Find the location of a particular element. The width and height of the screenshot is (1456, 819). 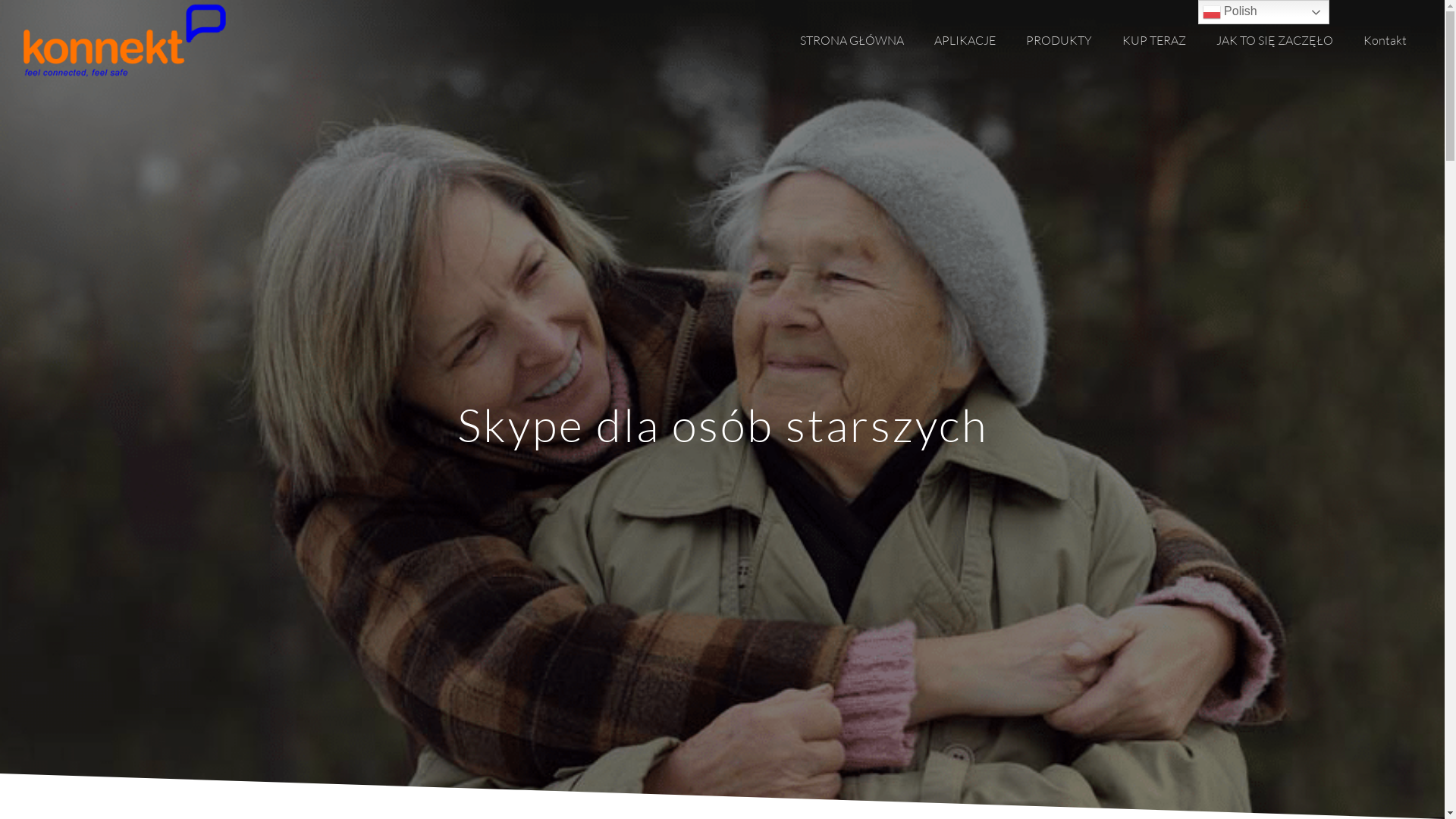

'KUP TERAZ' is located at coordinates (1153, 39).